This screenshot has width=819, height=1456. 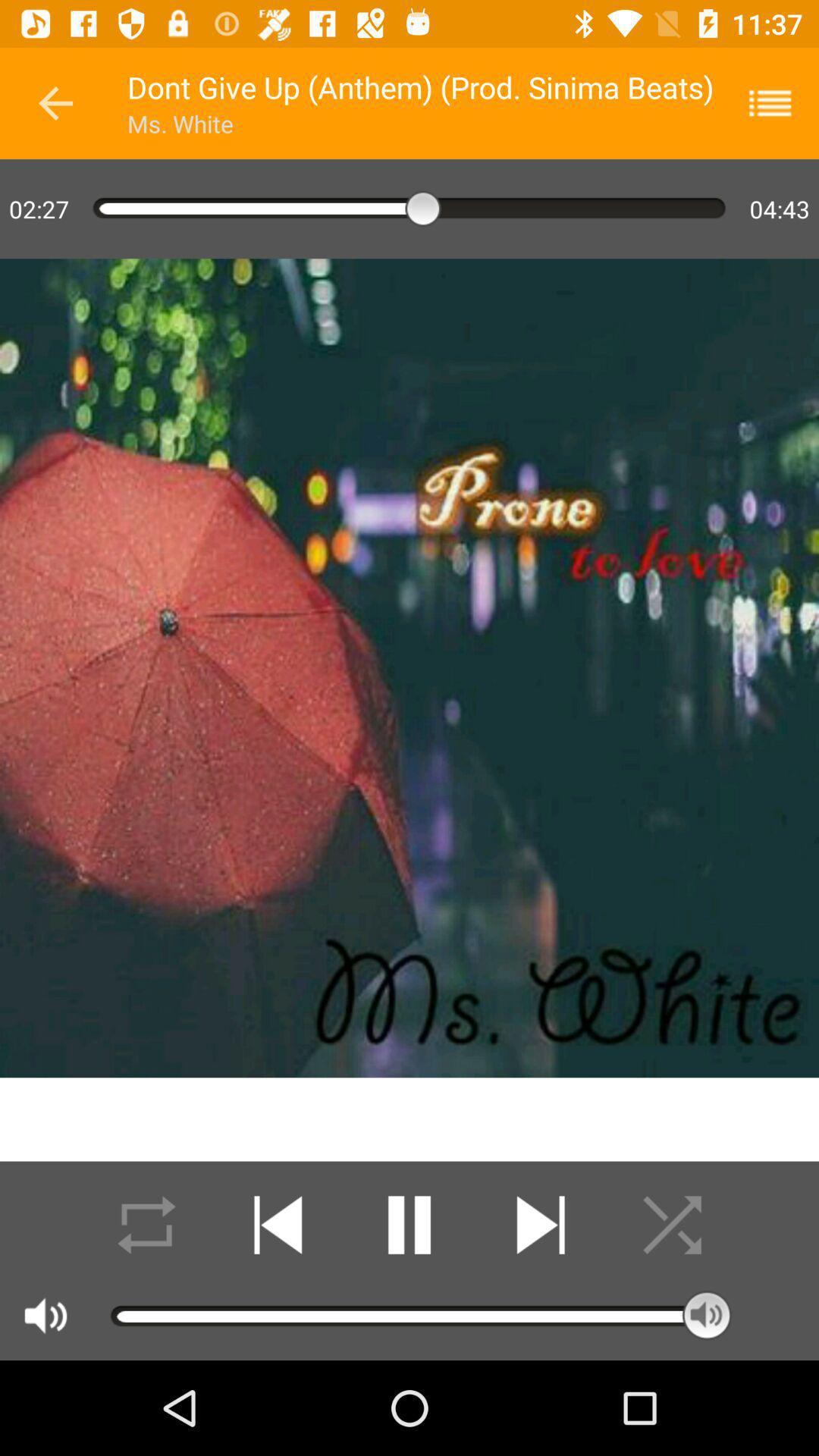 What do you see at coordinates (278, 1225) in the screenshot?
I see `the skip_previous icon` at bounding box center [278, 1225].